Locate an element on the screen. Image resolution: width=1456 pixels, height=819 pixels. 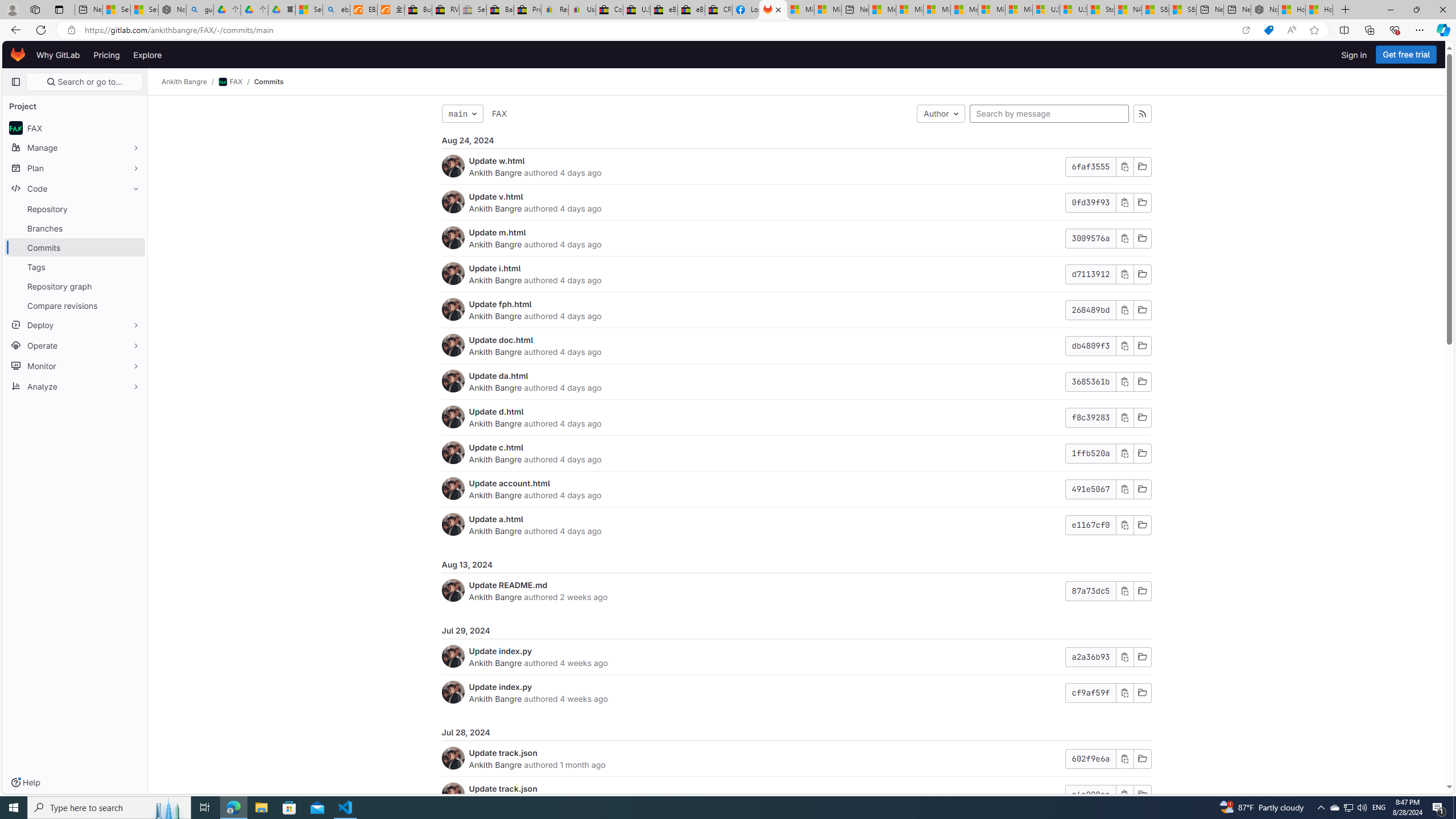
'U.S. State Privacy Disclosures - eBay Inc.' is located at coordinates (637, 9).